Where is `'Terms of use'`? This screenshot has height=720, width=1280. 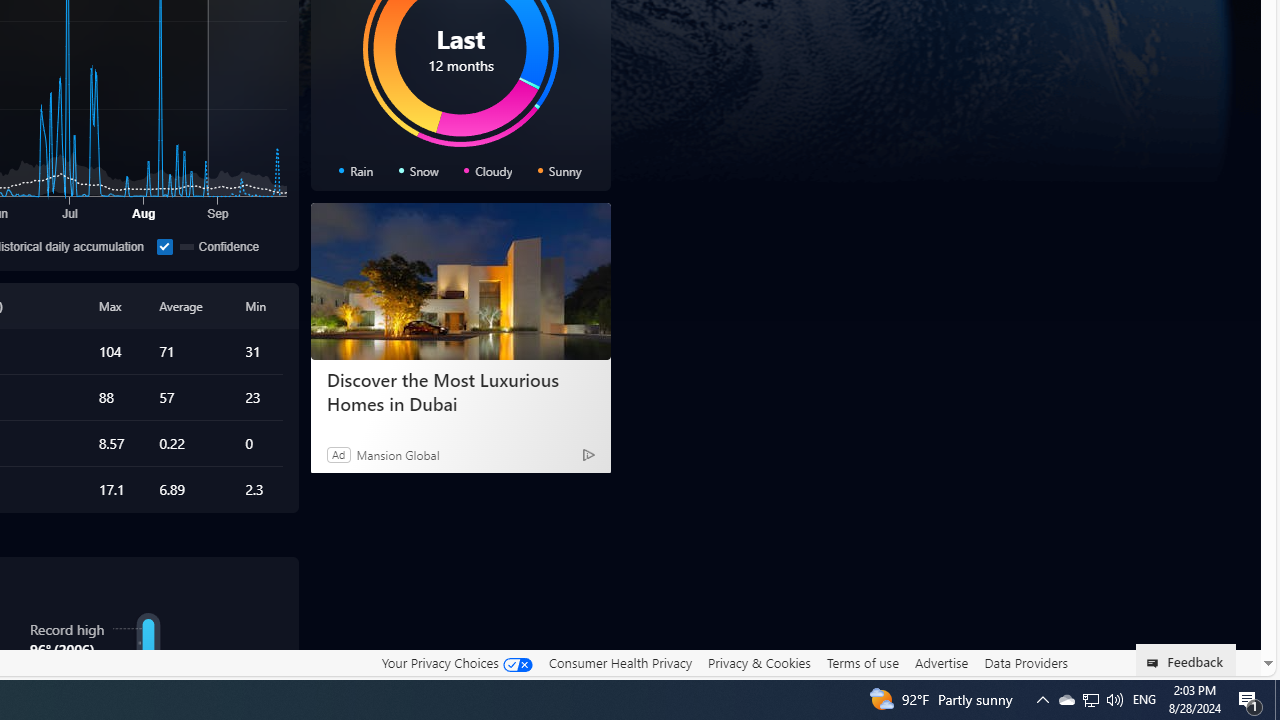 'Terms of use' is located at coordinates (862, 663).